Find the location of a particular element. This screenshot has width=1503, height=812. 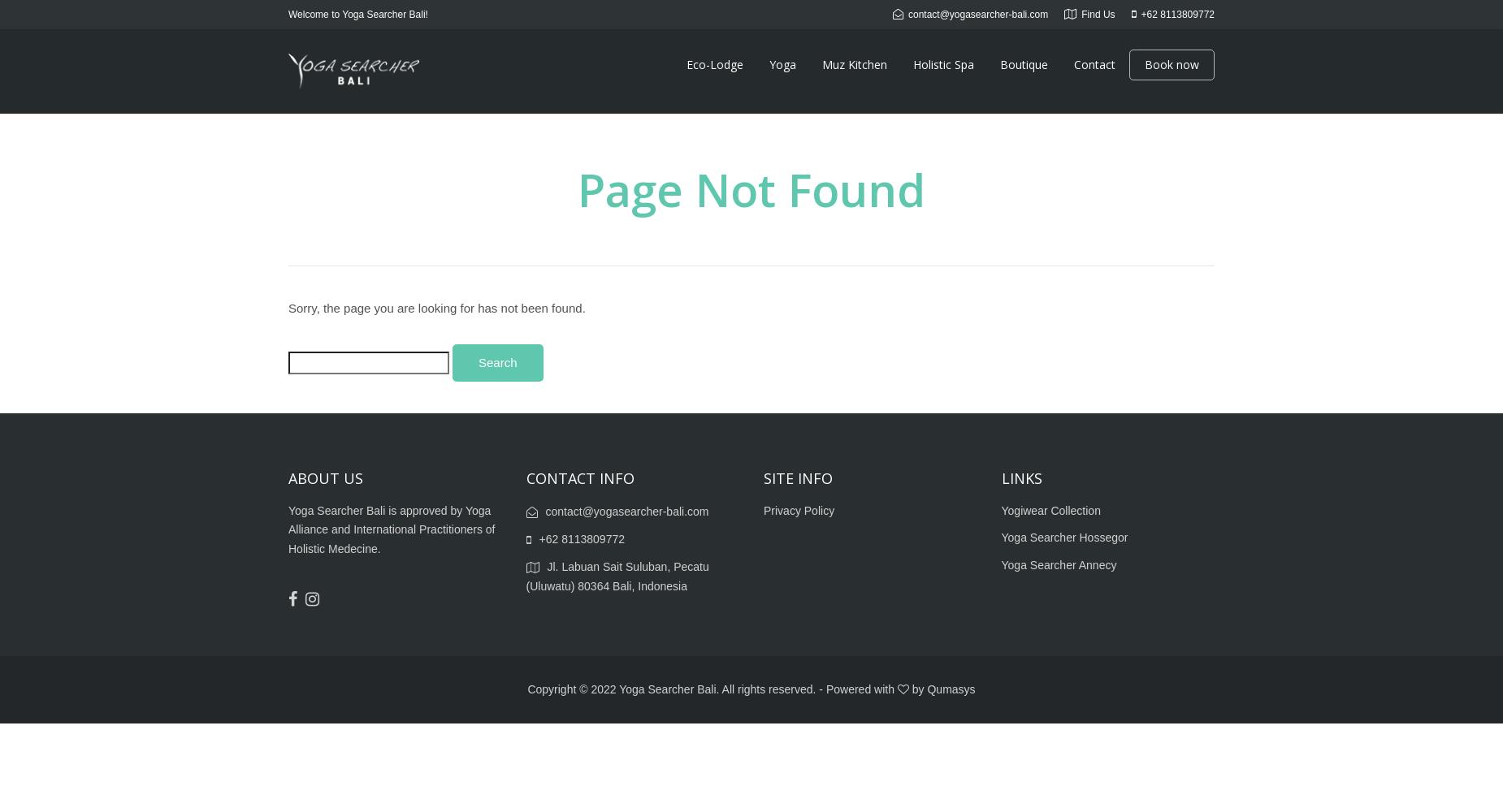

'Eco-Lodge' is located at coordinates (715, 63).